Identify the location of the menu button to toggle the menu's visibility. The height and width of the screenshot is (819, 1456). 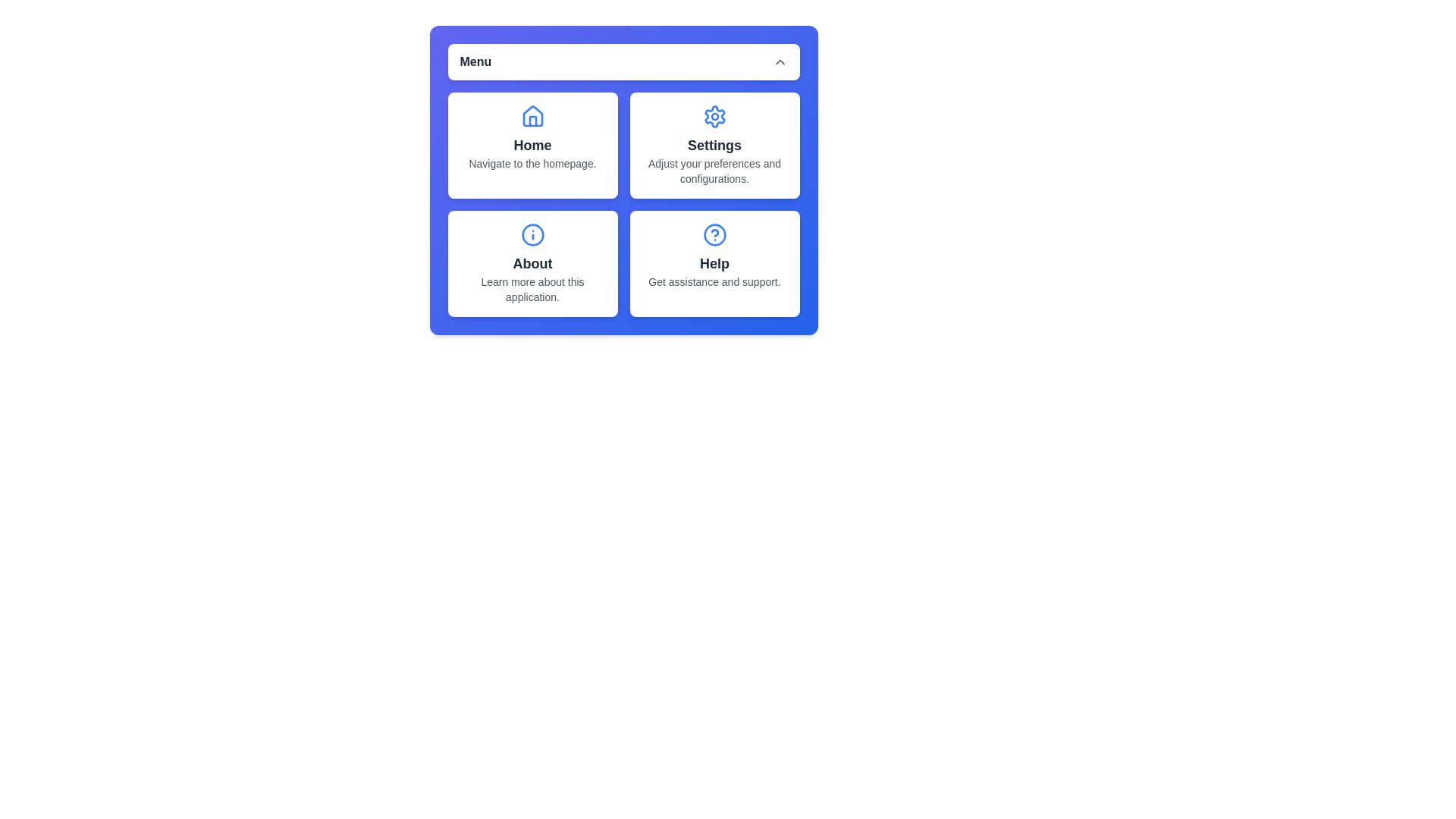
(623, 61).